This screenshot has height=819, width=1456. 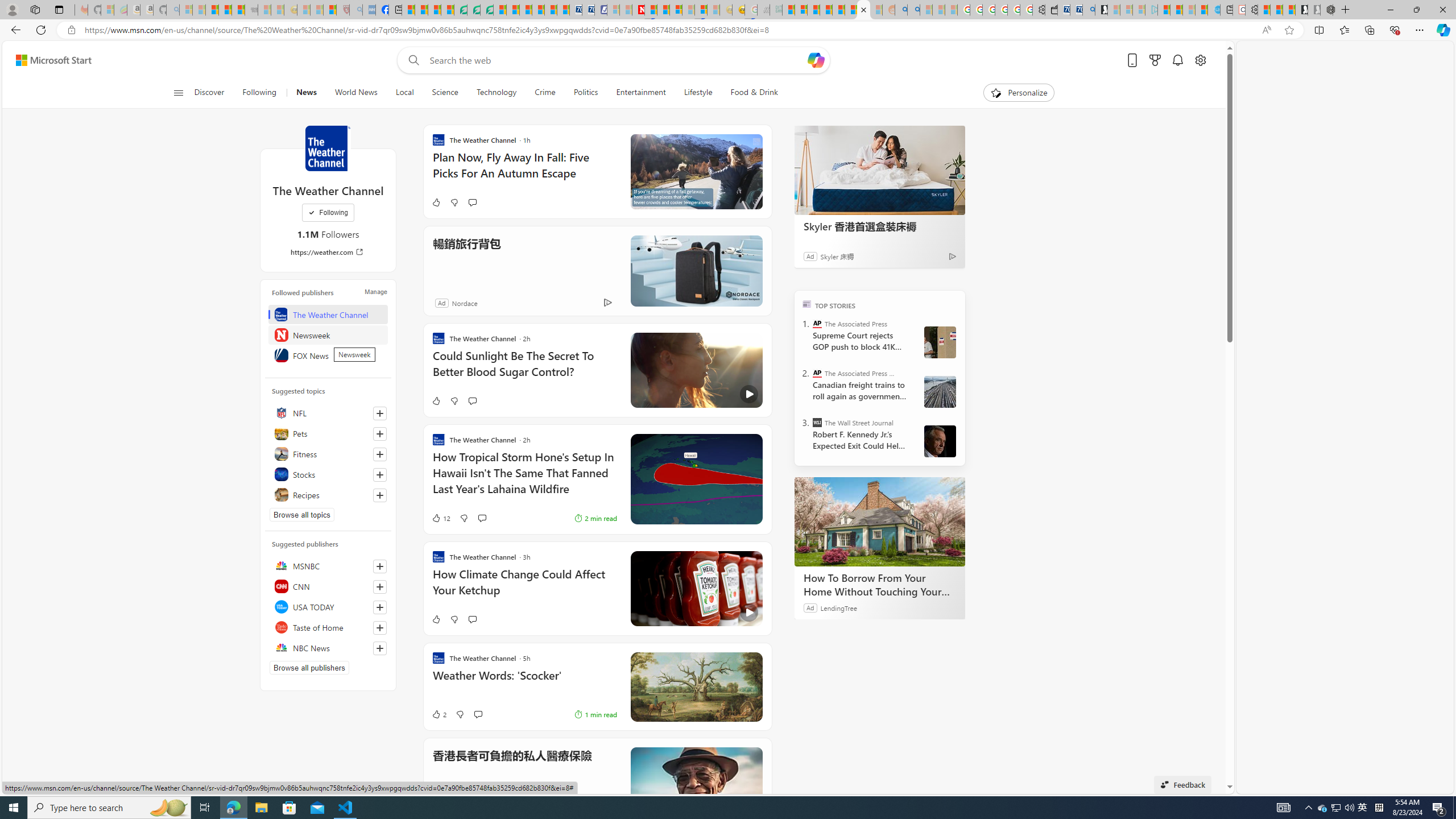 I want to click on 'LendingTree - Compare Lenders', so click(x=461, y=9).